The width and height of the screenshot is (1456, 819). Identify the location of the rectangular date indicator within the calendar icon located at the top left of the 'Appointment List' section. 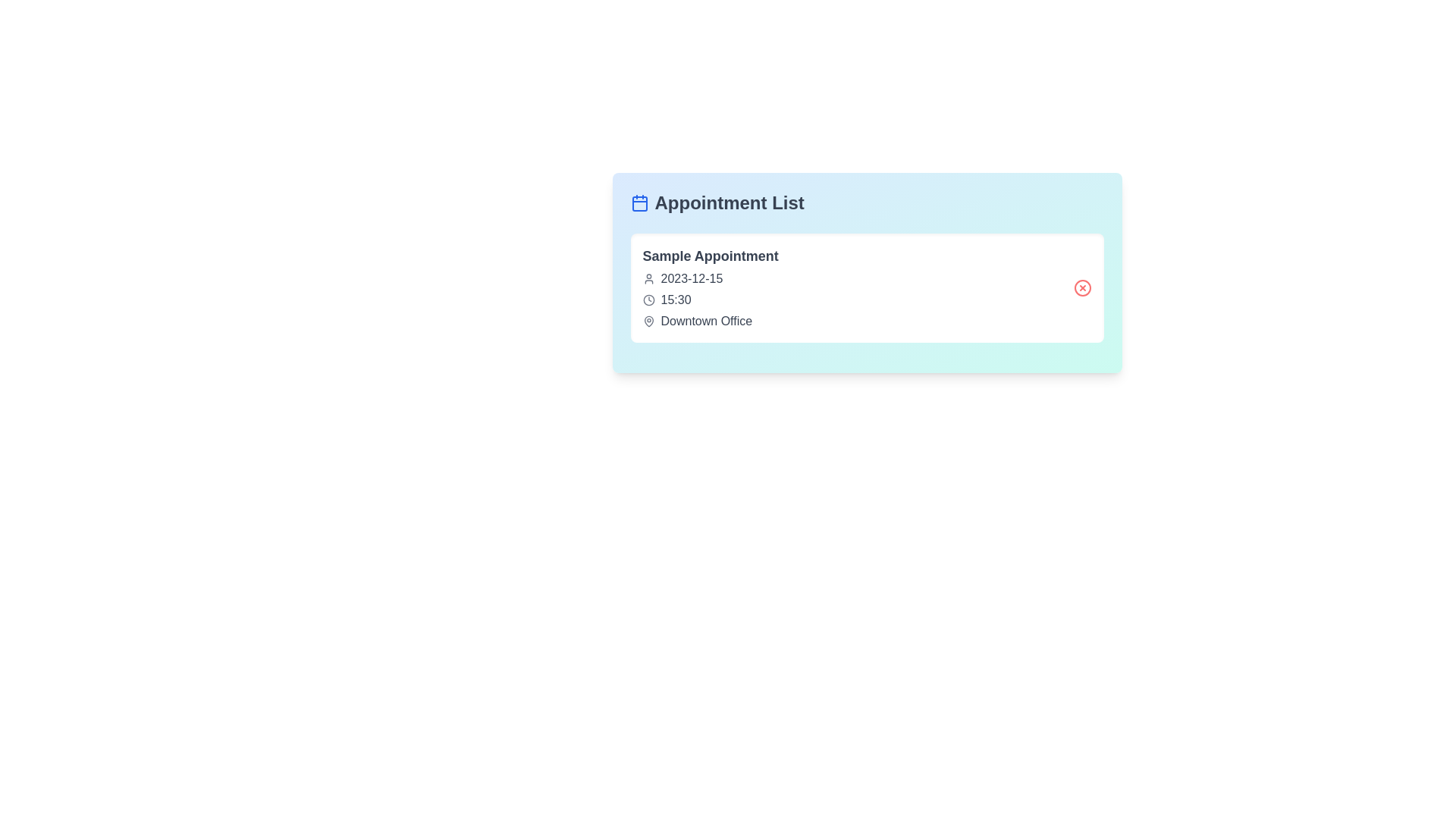
(639, 203).